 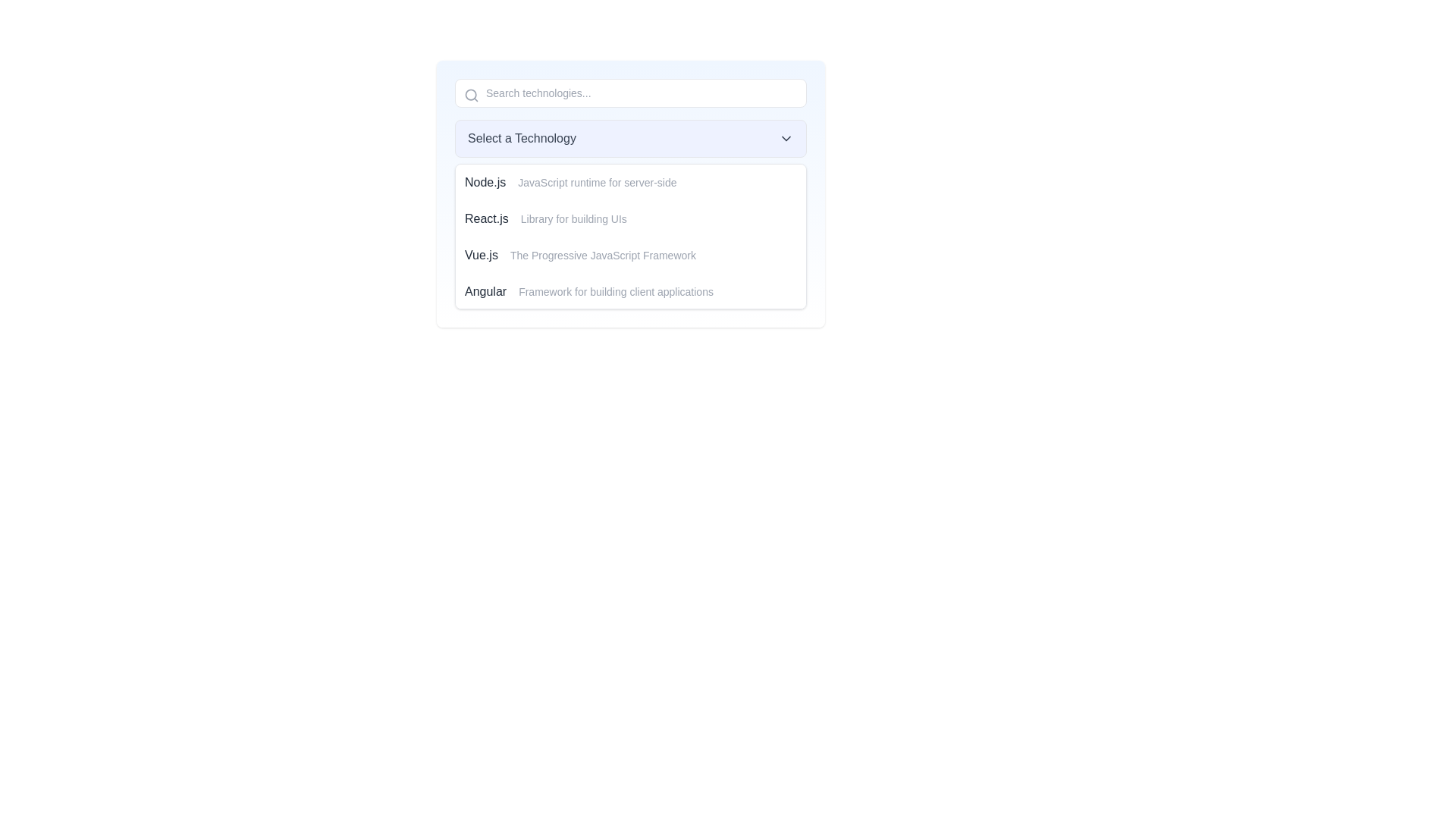 I want to click on the 'Vue.js' list item in the dropdown menu, so click(x=630, y=254).